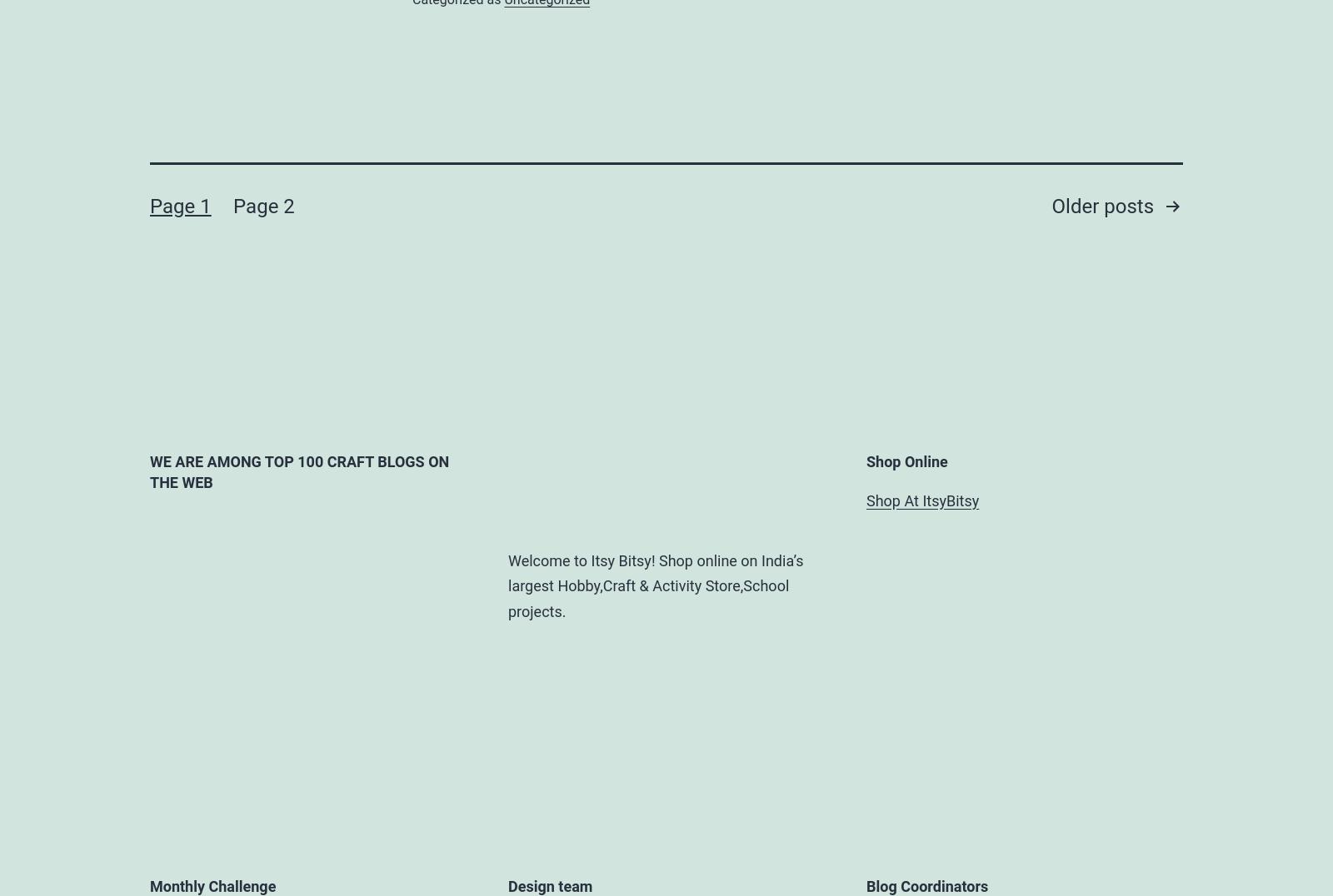  What do you see at coordinates (212, 885) in the screenshot?
I see `'Monthly Challenge'` at bounding box center [212, 885].